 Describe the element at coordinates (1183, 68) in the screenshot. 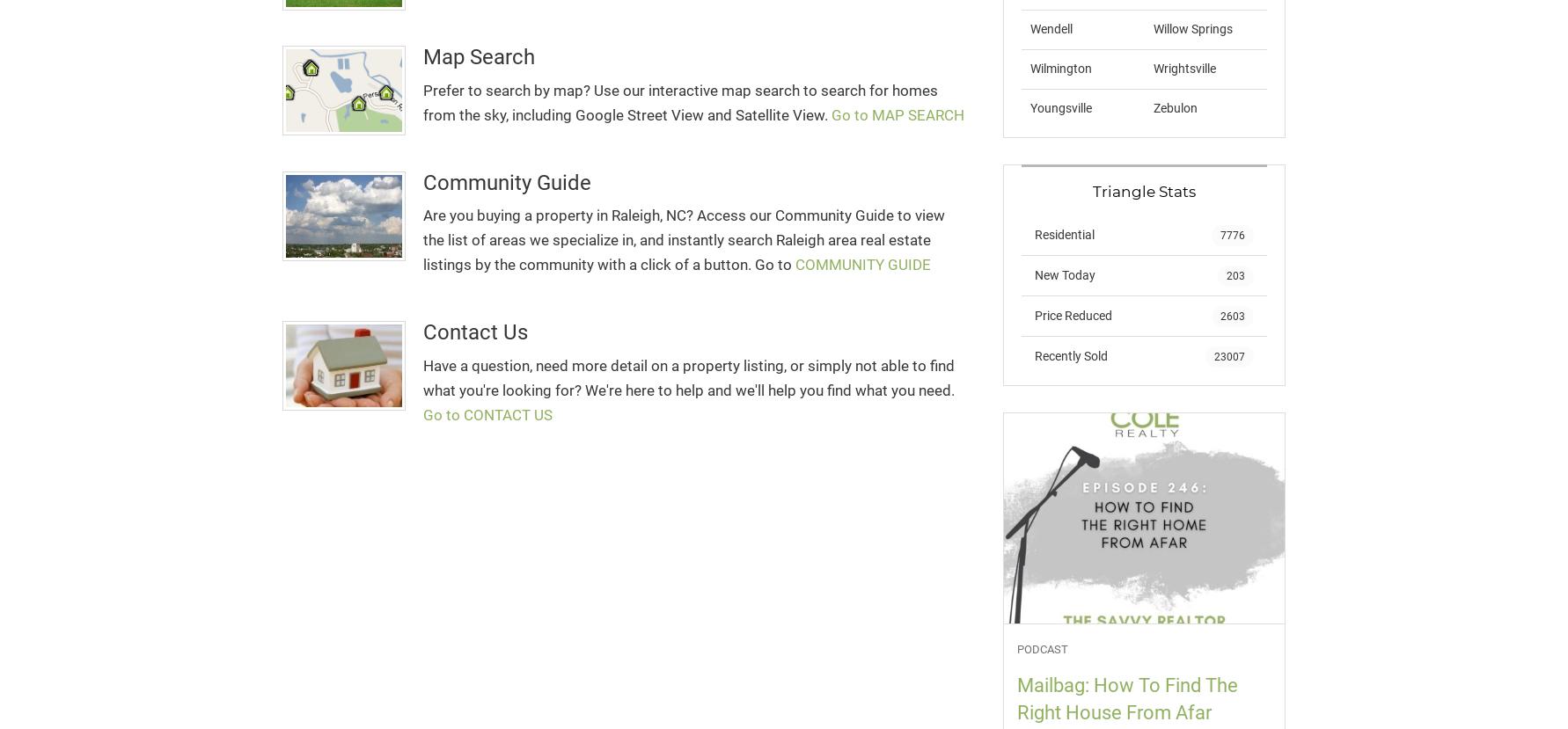

I see `'Wrightsville'` at that location.